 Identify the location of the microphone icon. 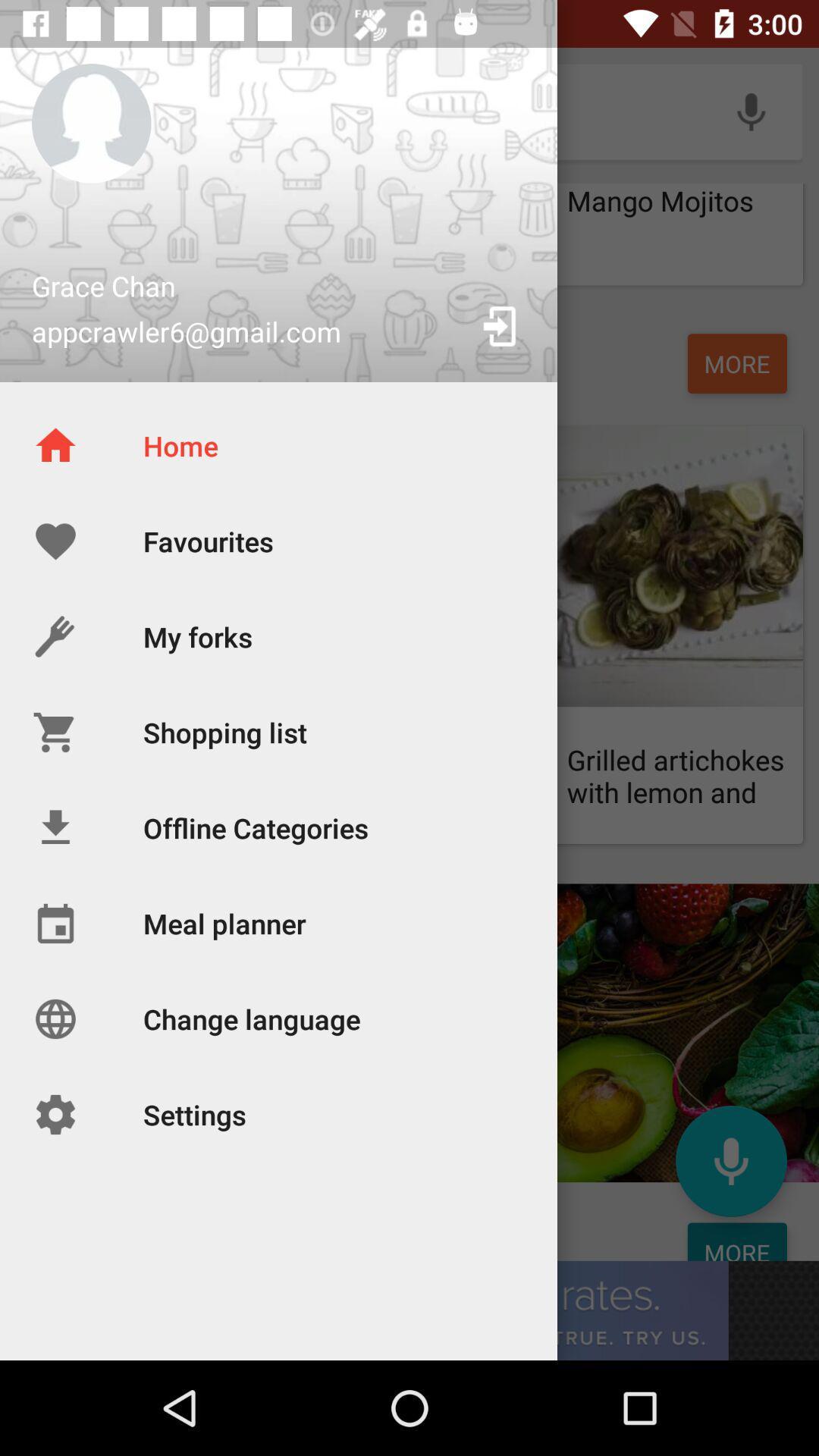
(751, 111).